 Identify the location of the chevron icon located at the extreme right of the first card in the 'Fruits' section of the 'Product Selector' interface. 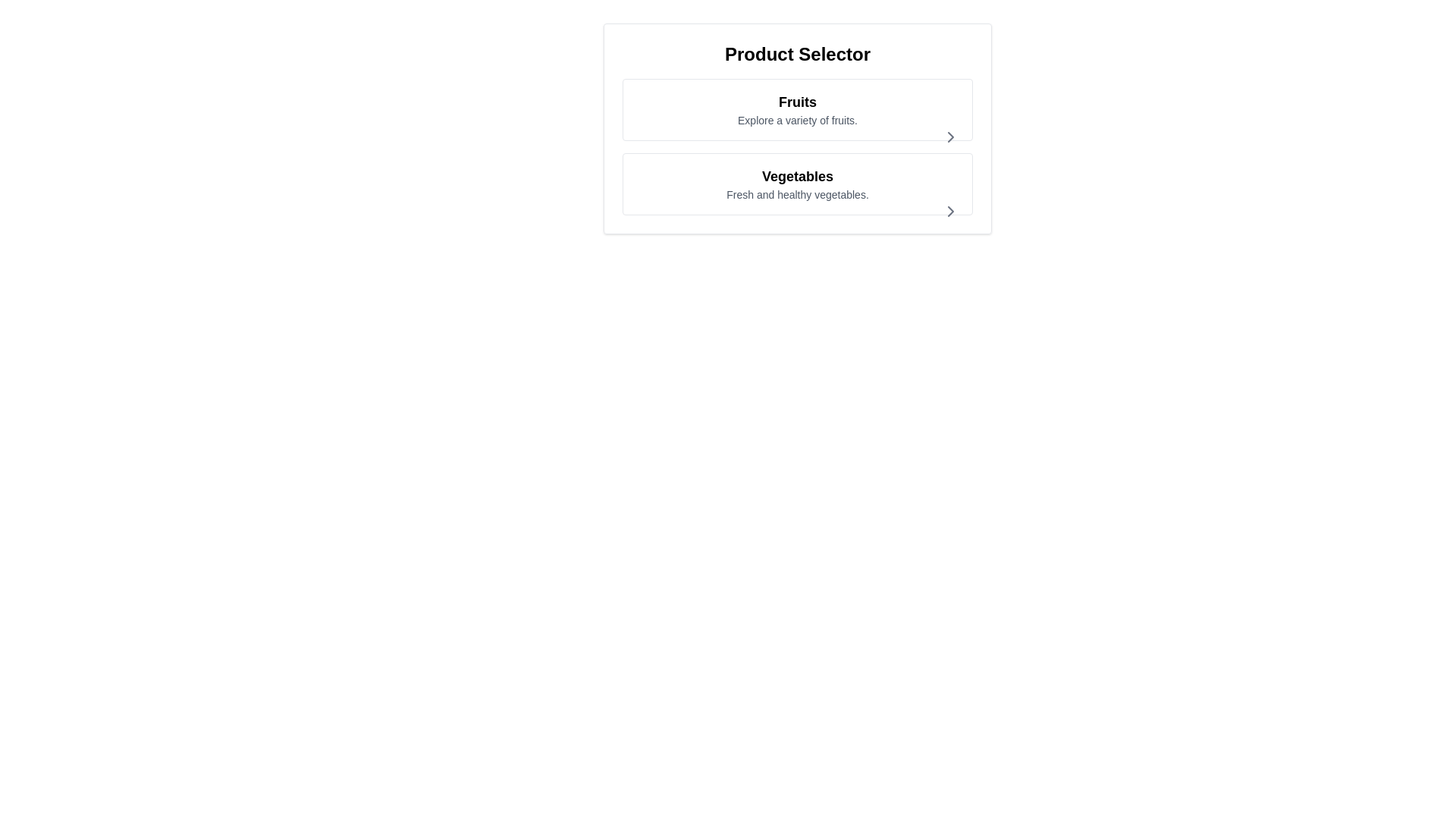
(949, 137).